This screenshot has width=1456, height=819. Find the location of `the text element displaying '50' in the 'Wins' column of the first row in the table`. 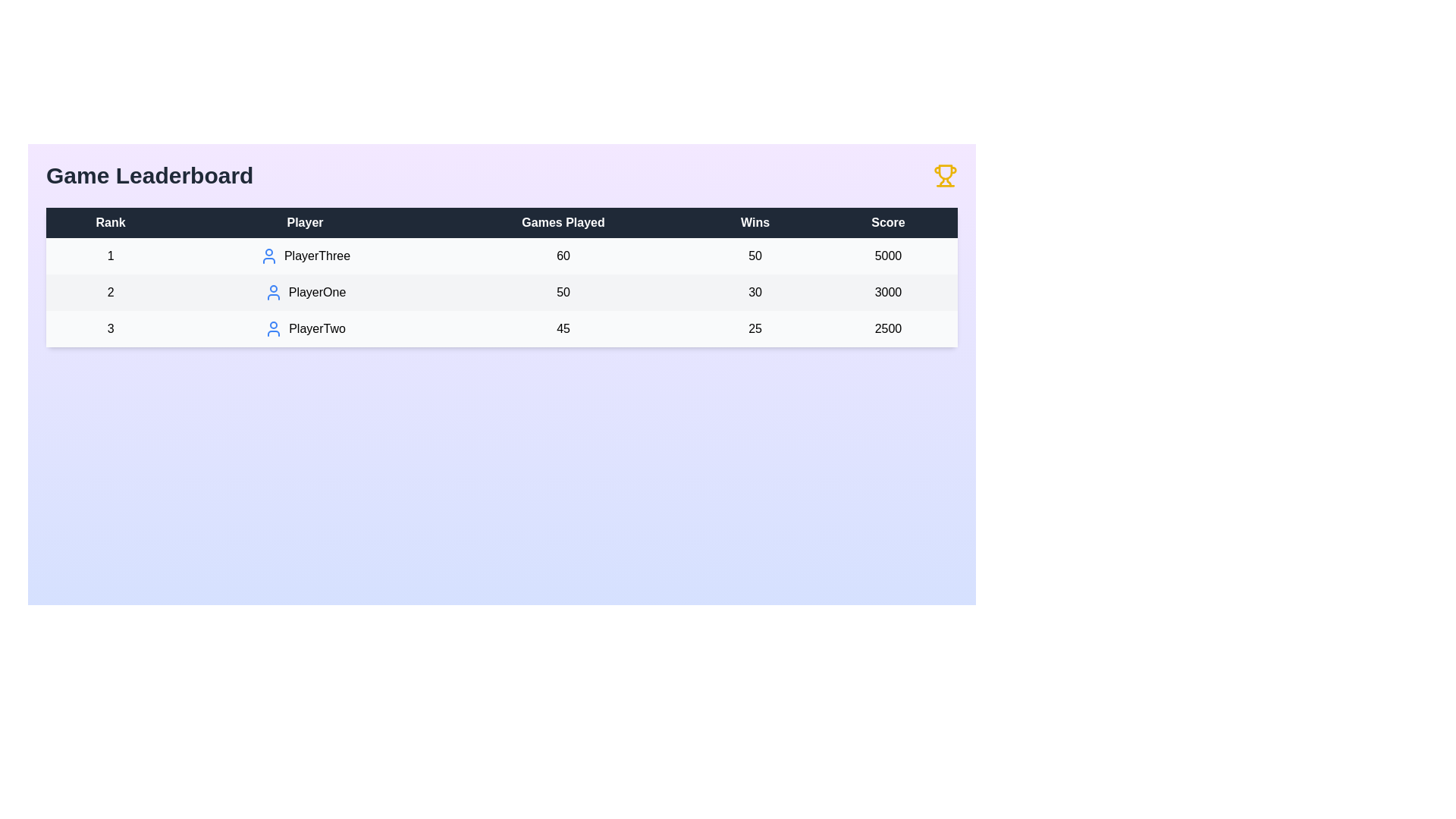

the text element displaying '50' in the 'Wins' column of the first row in the table is located at coordinates (755, 256).